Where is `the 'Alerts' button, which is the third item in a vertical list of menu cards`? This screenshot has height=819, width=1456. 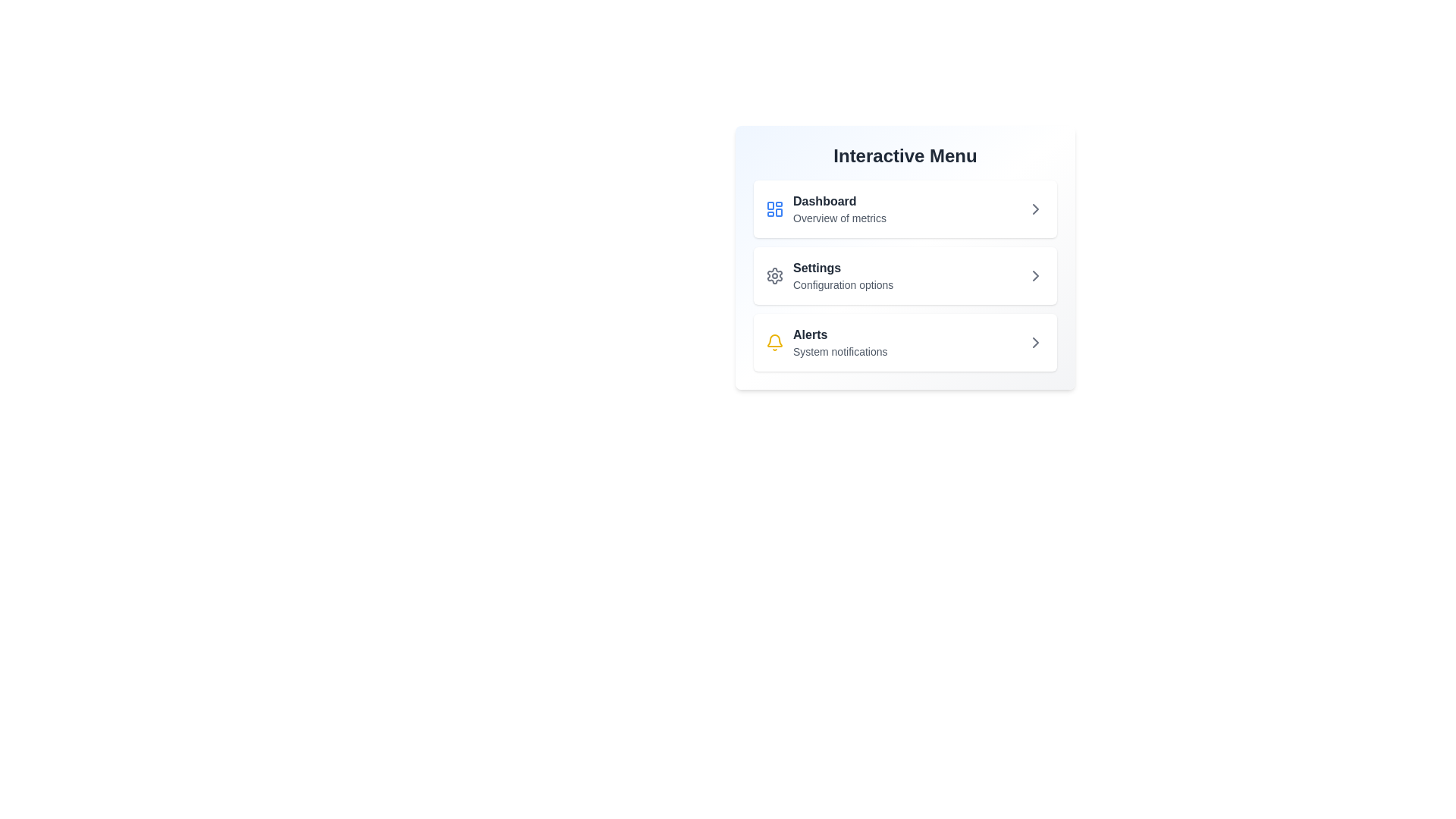
the 'Alerts' button, which is the third item in a vertical list of menu cards is located at coordinates (905, 342).